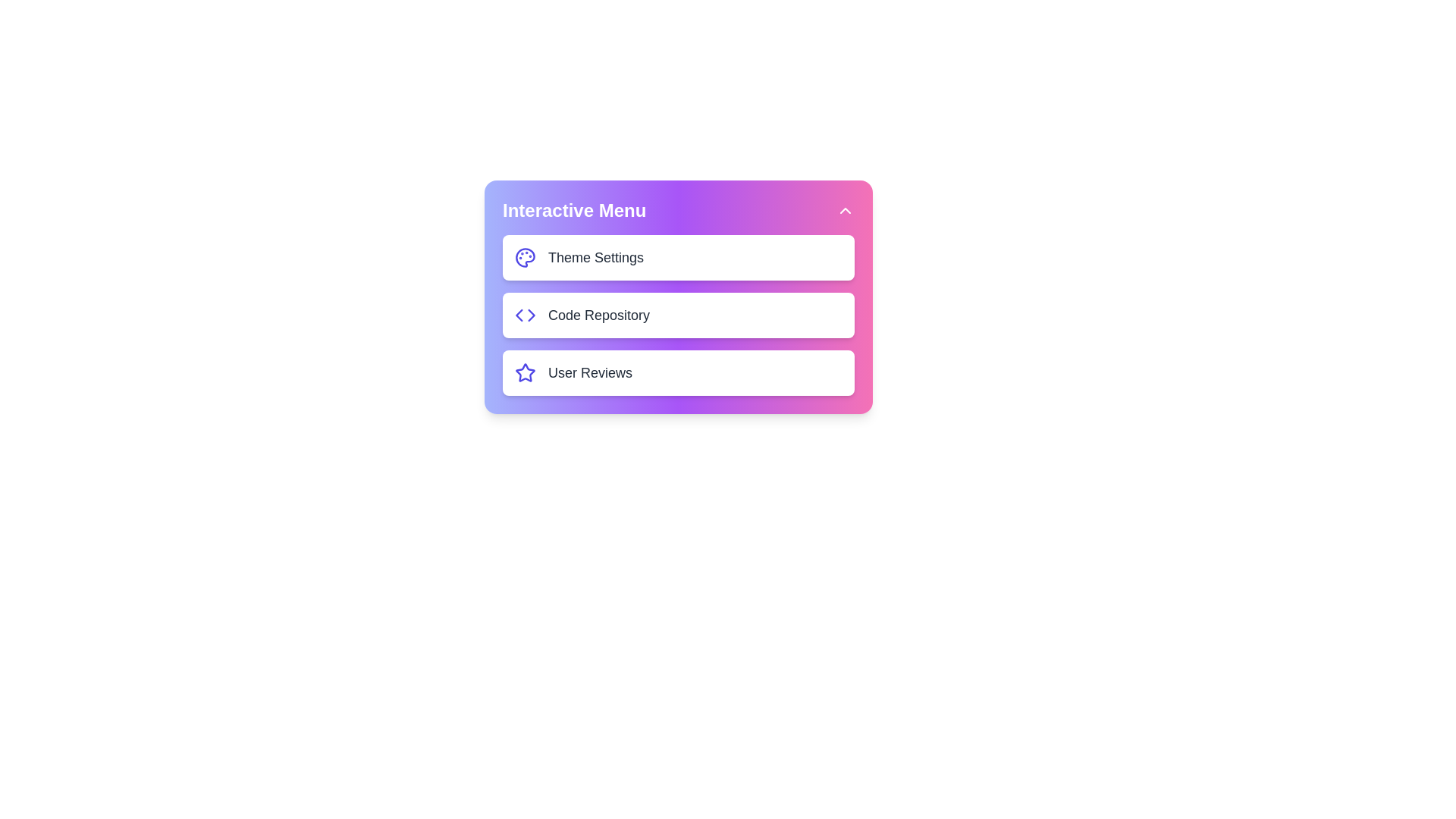 Image resolution: width=1456 pixels, height=819 pixels. What do you see at coordinates (677, 256) in the screenshot?
I see `the menu item Theme Settings to observe visual feedback` at bounding box center [677, 256].